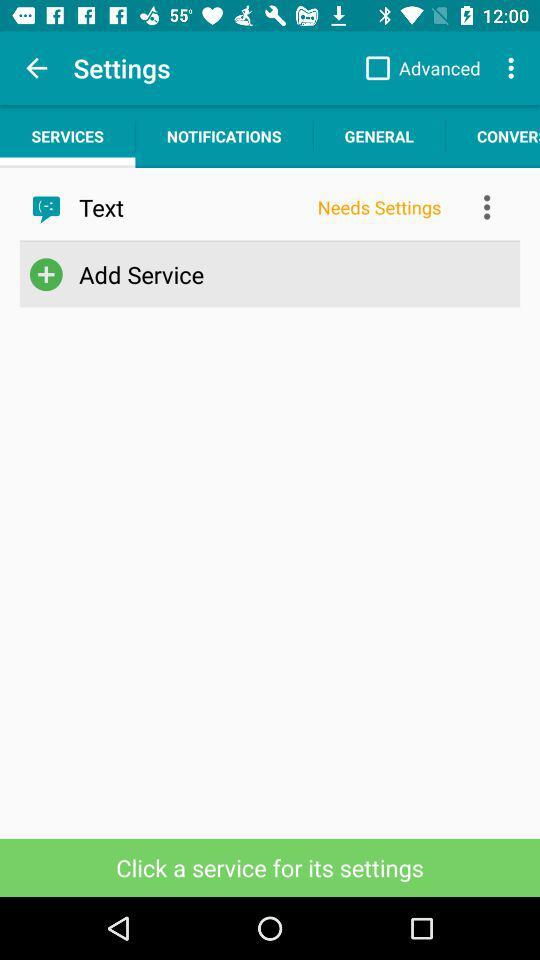 The image size is (540, 960). I want to click on the item to the left of the needs settings item, so click(191, 207).